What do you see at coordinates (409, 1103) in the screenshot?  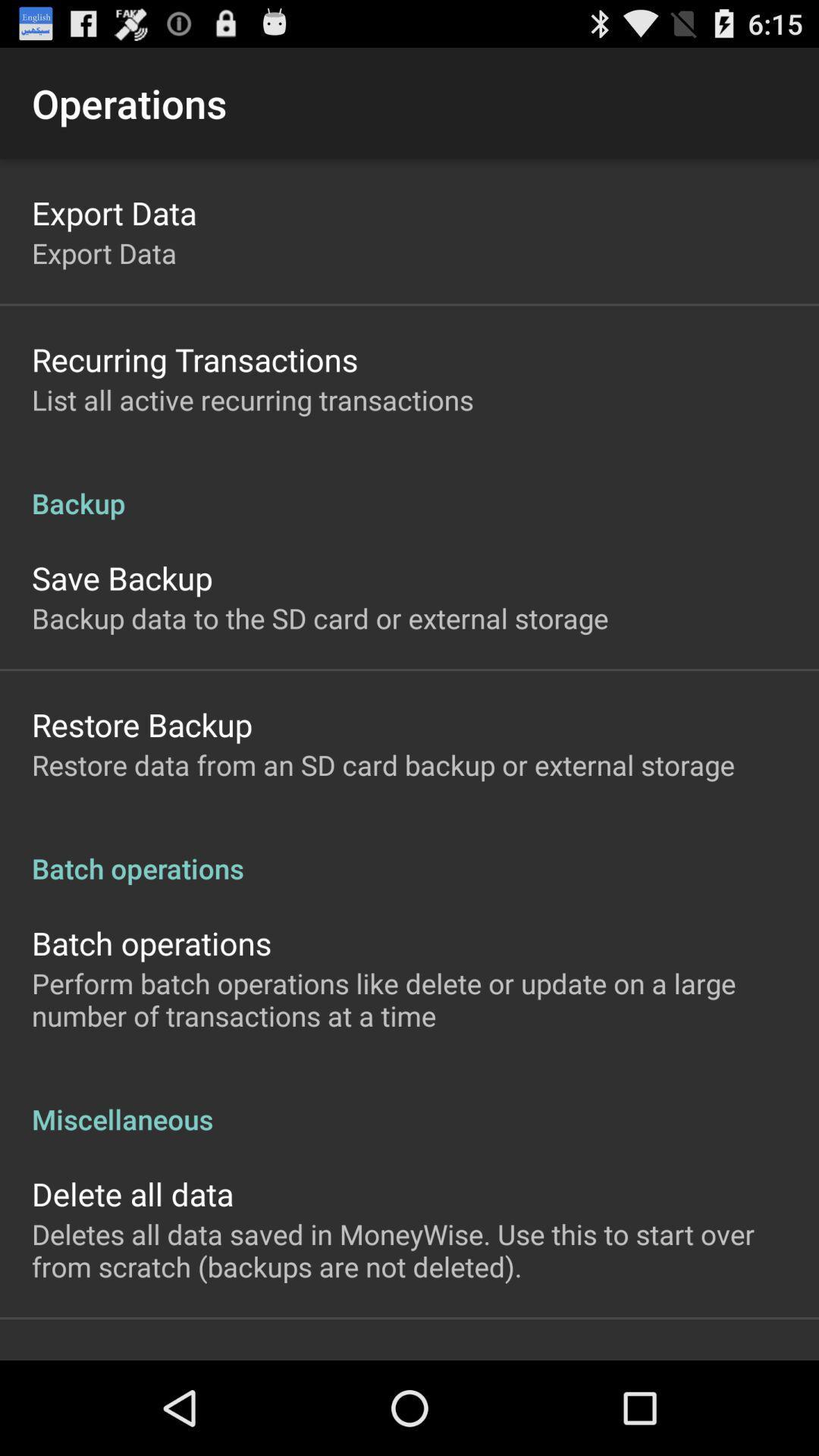 I see `app below the perform batch operations icon` at bounding box center [409, 1103].